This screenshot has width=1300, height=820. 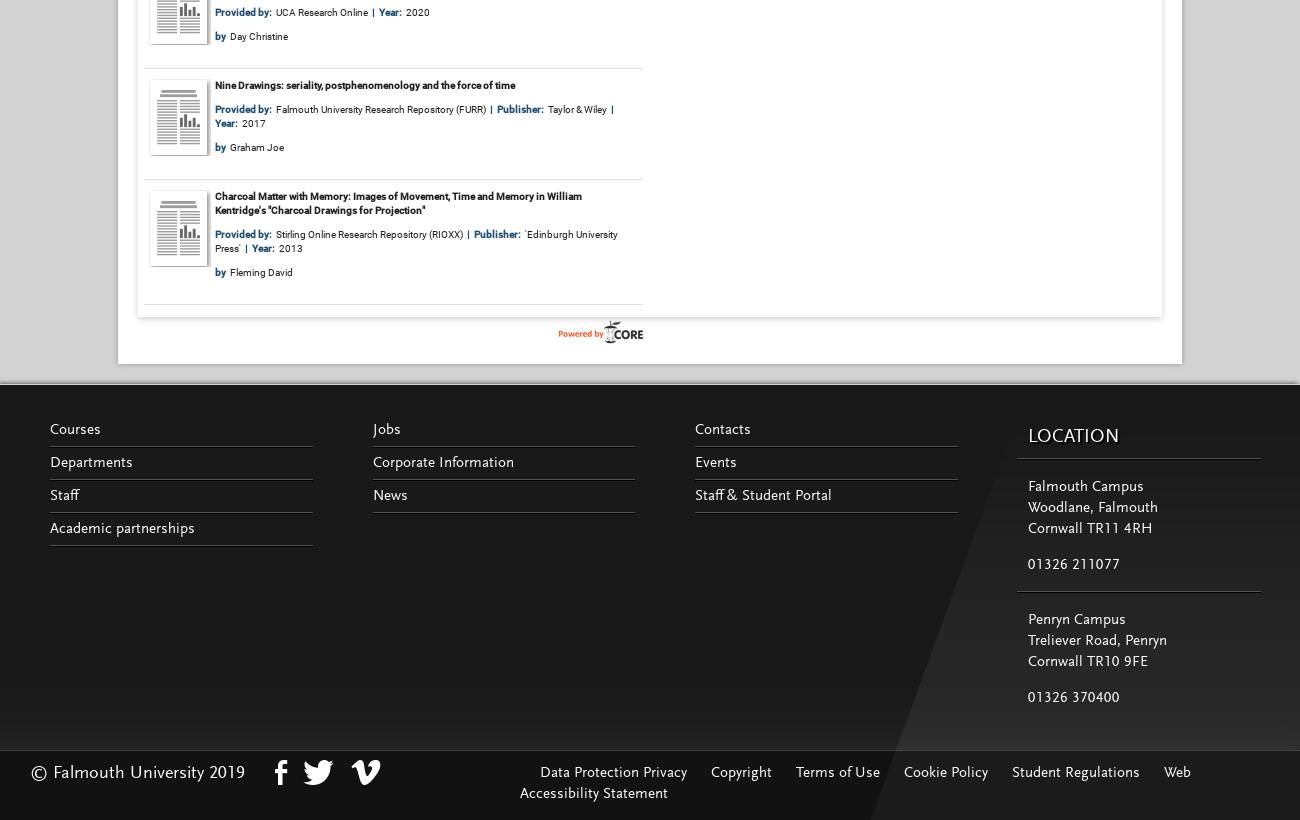 What do you see at coordinates (762, 495) in the screenshot?
I see `'Staff & Student Portal'` at bounding box center [762, 495].